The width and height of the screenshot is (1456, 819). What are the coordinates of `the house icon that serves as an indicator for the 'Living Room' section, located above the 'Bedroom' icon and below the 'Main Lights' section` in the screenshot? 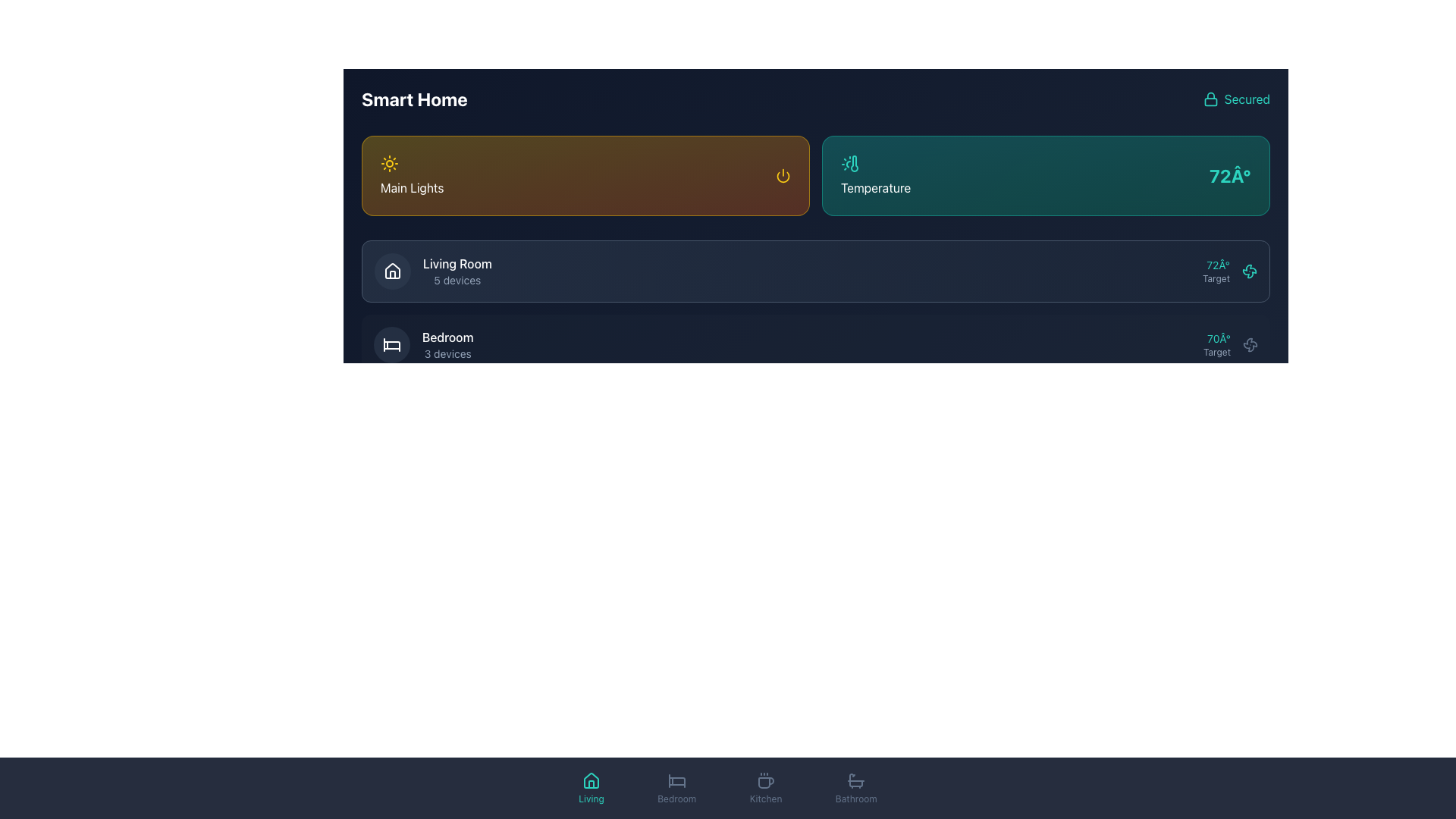 It's located at (393, 271).